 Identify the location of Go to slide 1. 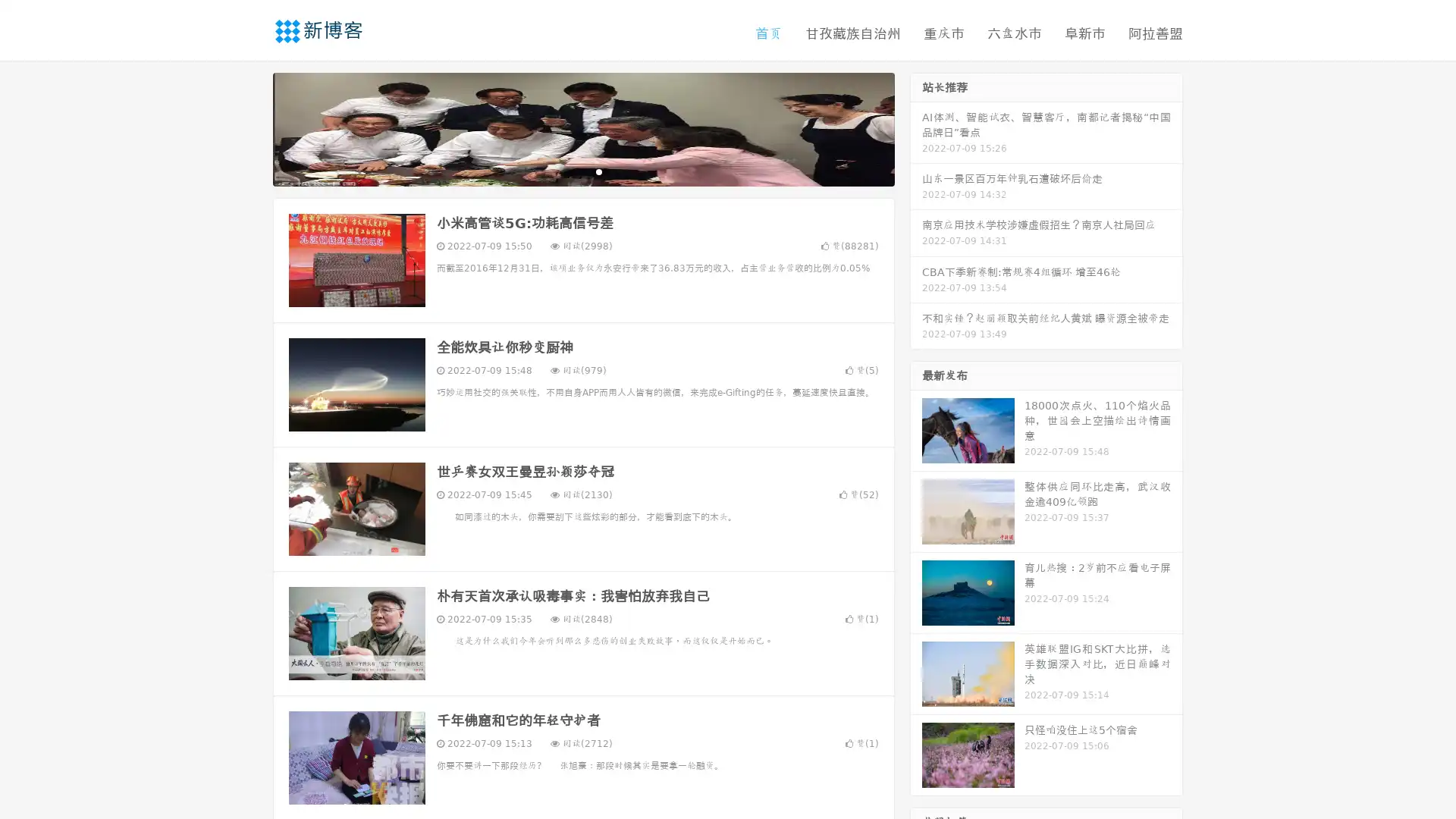
(567, 171).